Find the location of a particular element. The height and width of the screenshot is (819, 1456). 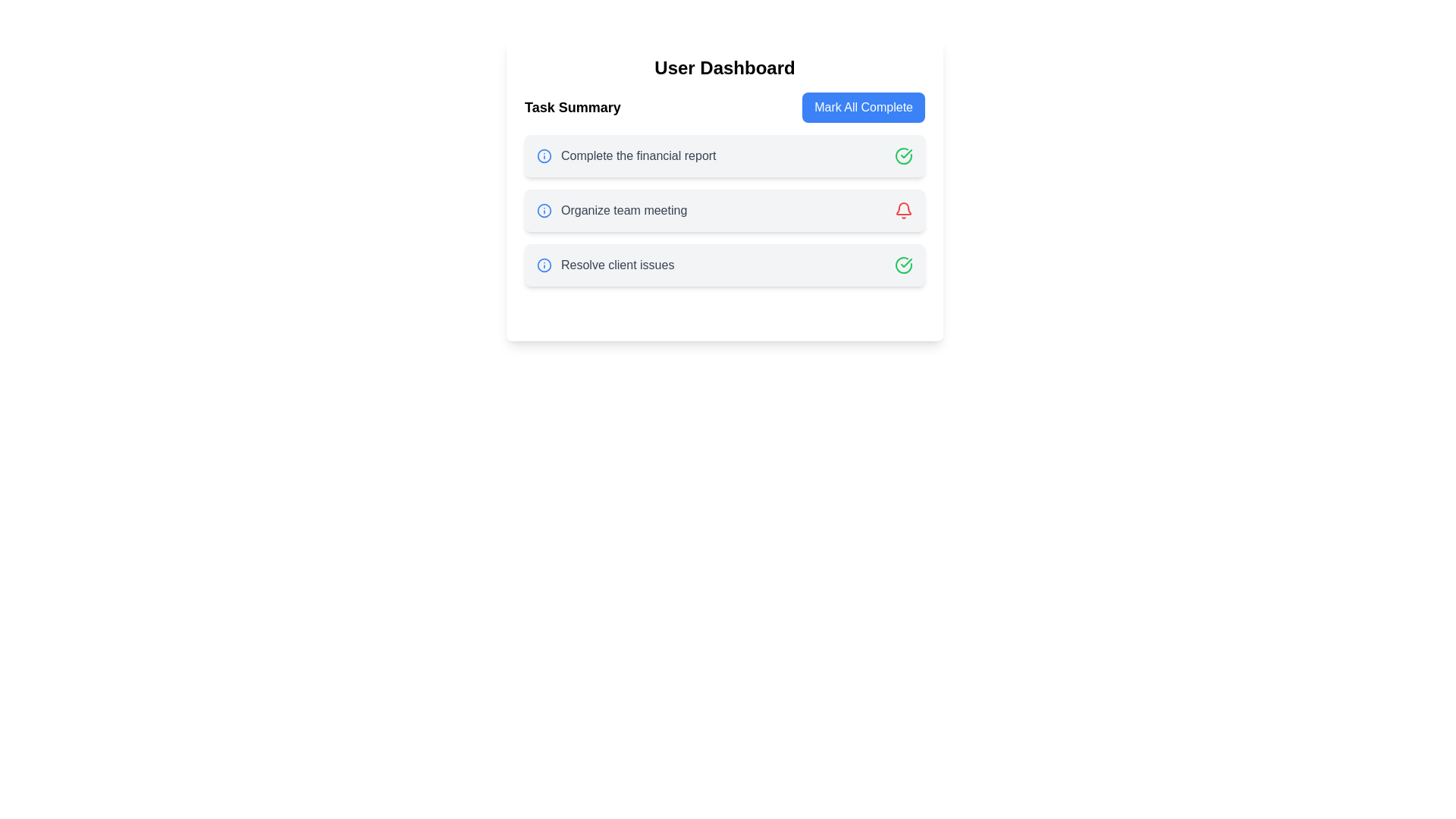

the checkmark icon indicating the completion of the task 'Complete the financial report' within the Task Summary section is located at coordinates (906, 262).